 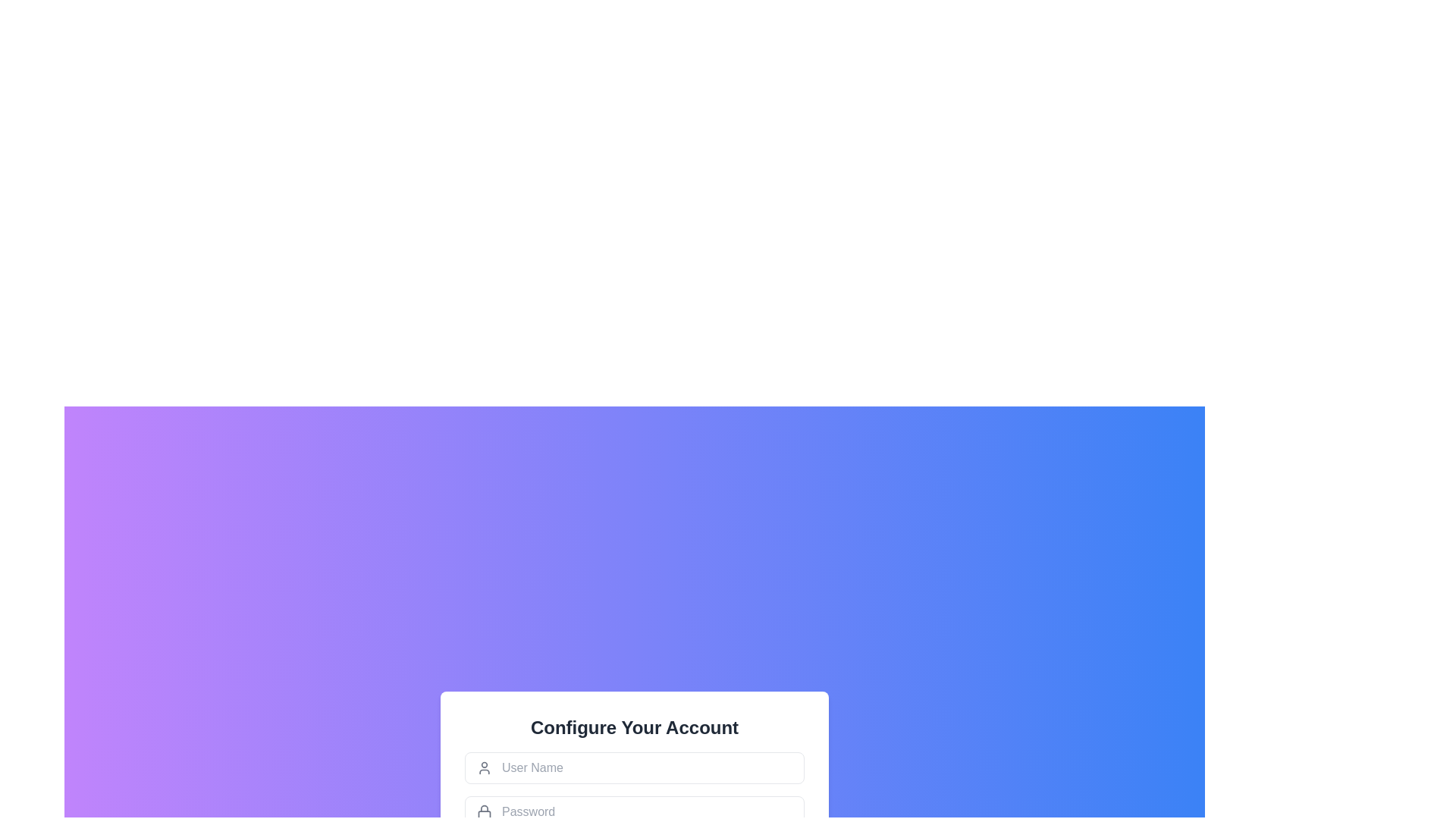 What do you see at coordinates (483, 813) in the screenshot?
I see `the lower portion of the lock icon, which represents security for the adjacent password input field labeled 'Password'` at bounding box center [483, 813].